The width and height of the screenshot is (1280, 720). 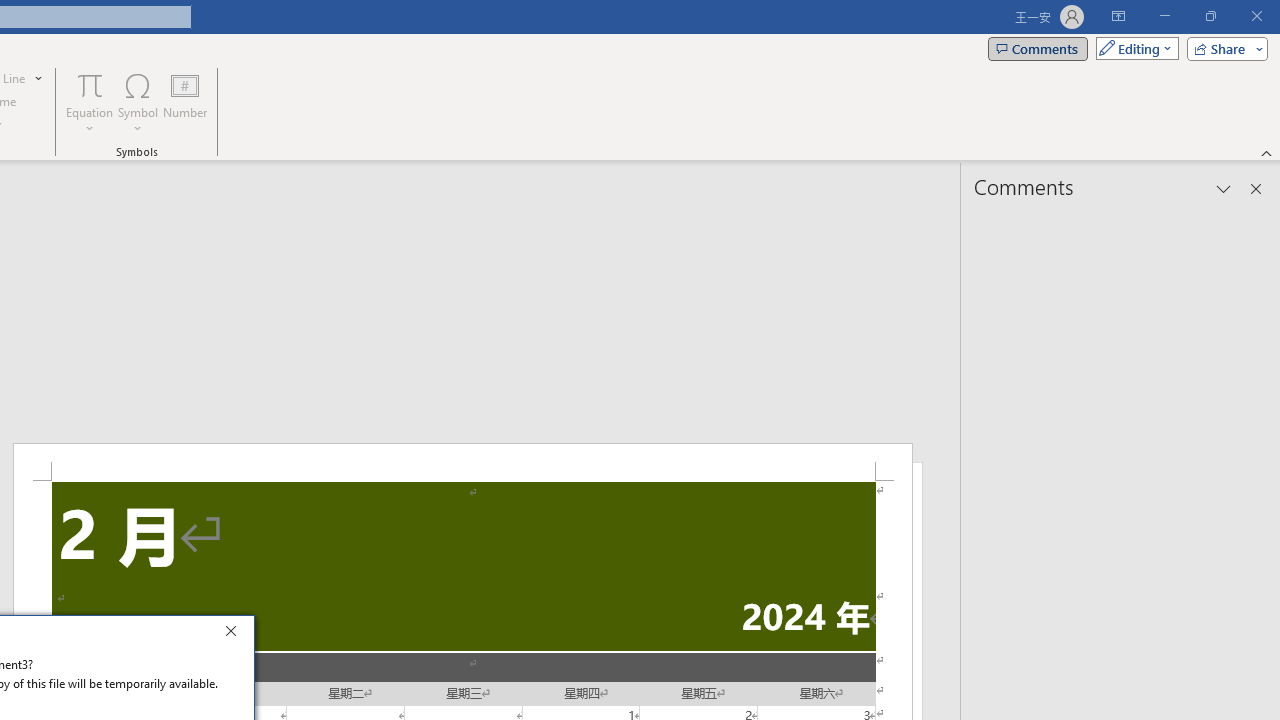 What do you see at coordinates (89, 103) in the screenshot?
I see `'Equation'` at bounding box center [89, 103].